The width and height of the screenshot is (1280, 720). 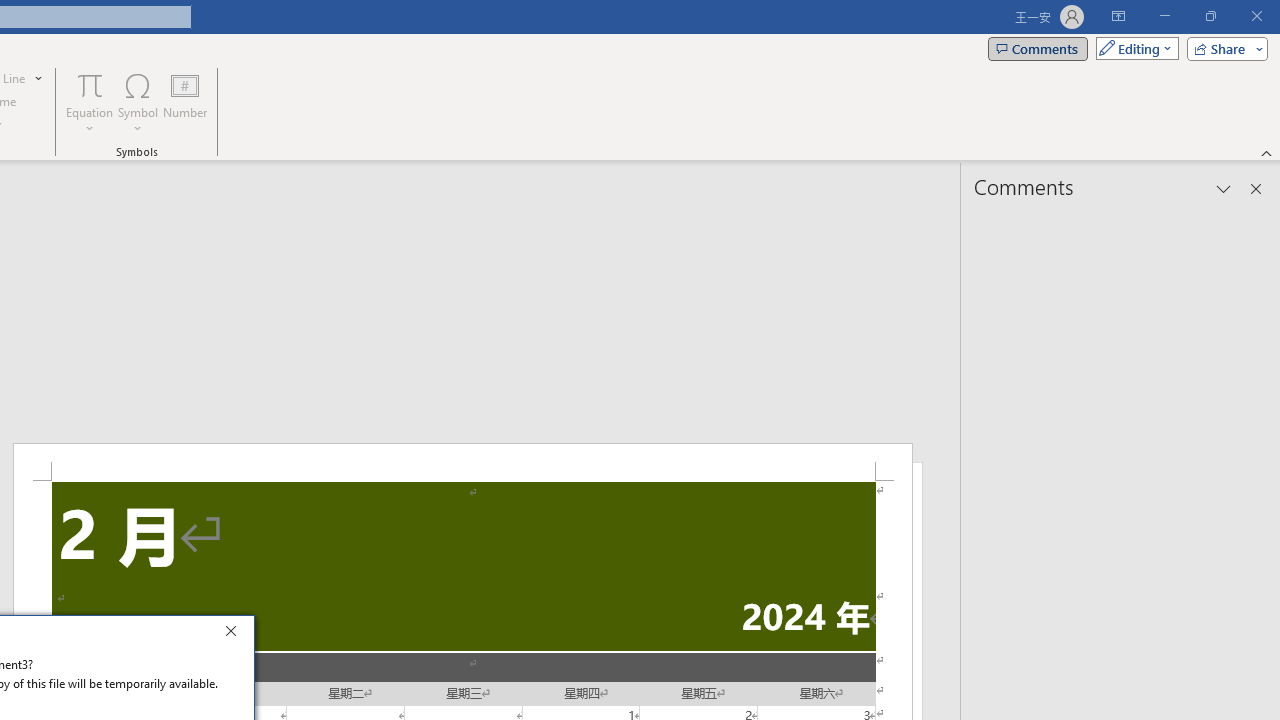 What do you see at coordinates (89, 103) in the screenshot?
I see `'Equation'` at bounding box center [89, 103].